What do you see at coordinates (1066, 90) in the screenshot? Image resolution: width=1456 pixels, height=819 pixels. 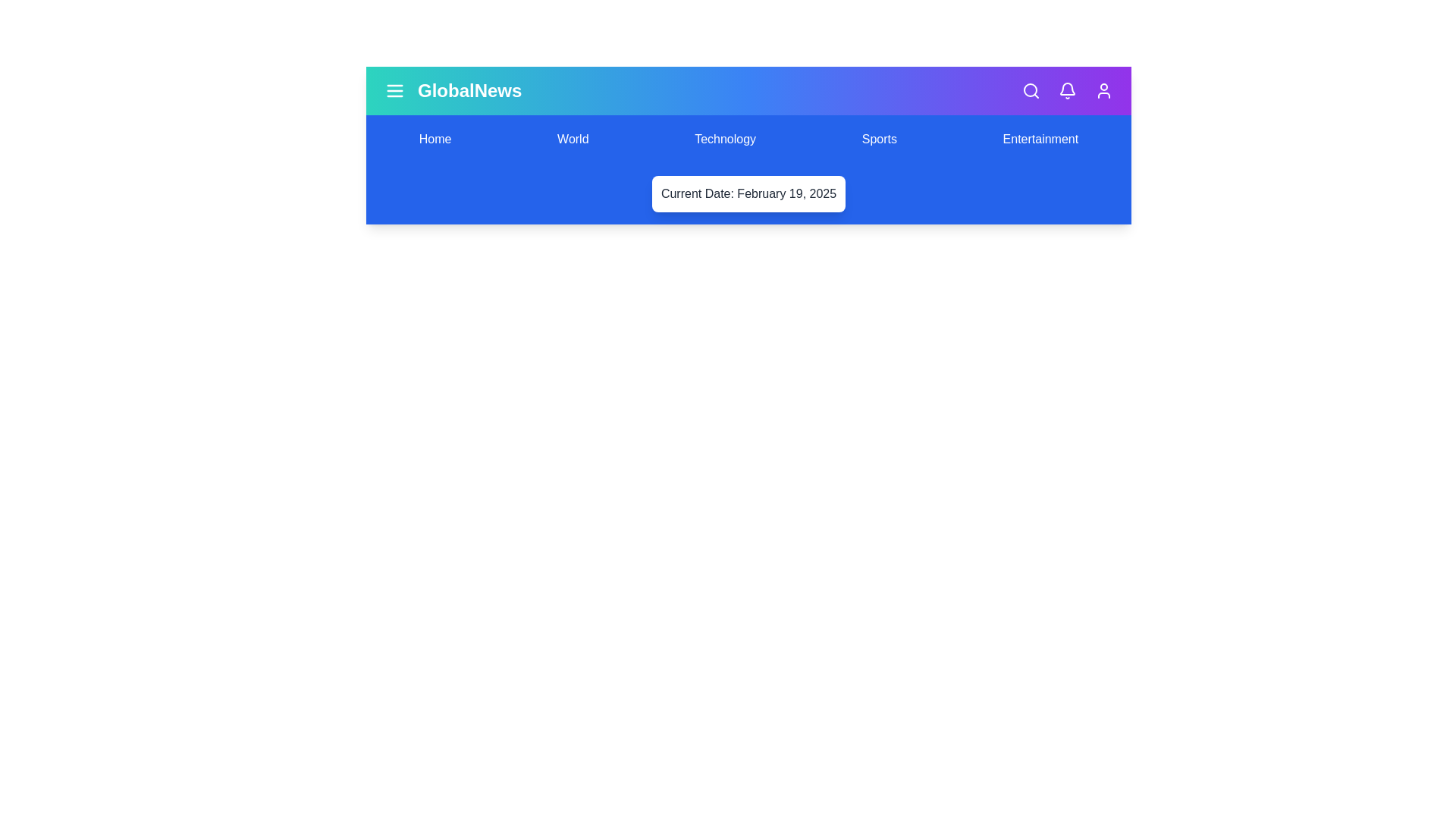 I see `the bell icon to view notifications` at bounding box center [1066, 90].